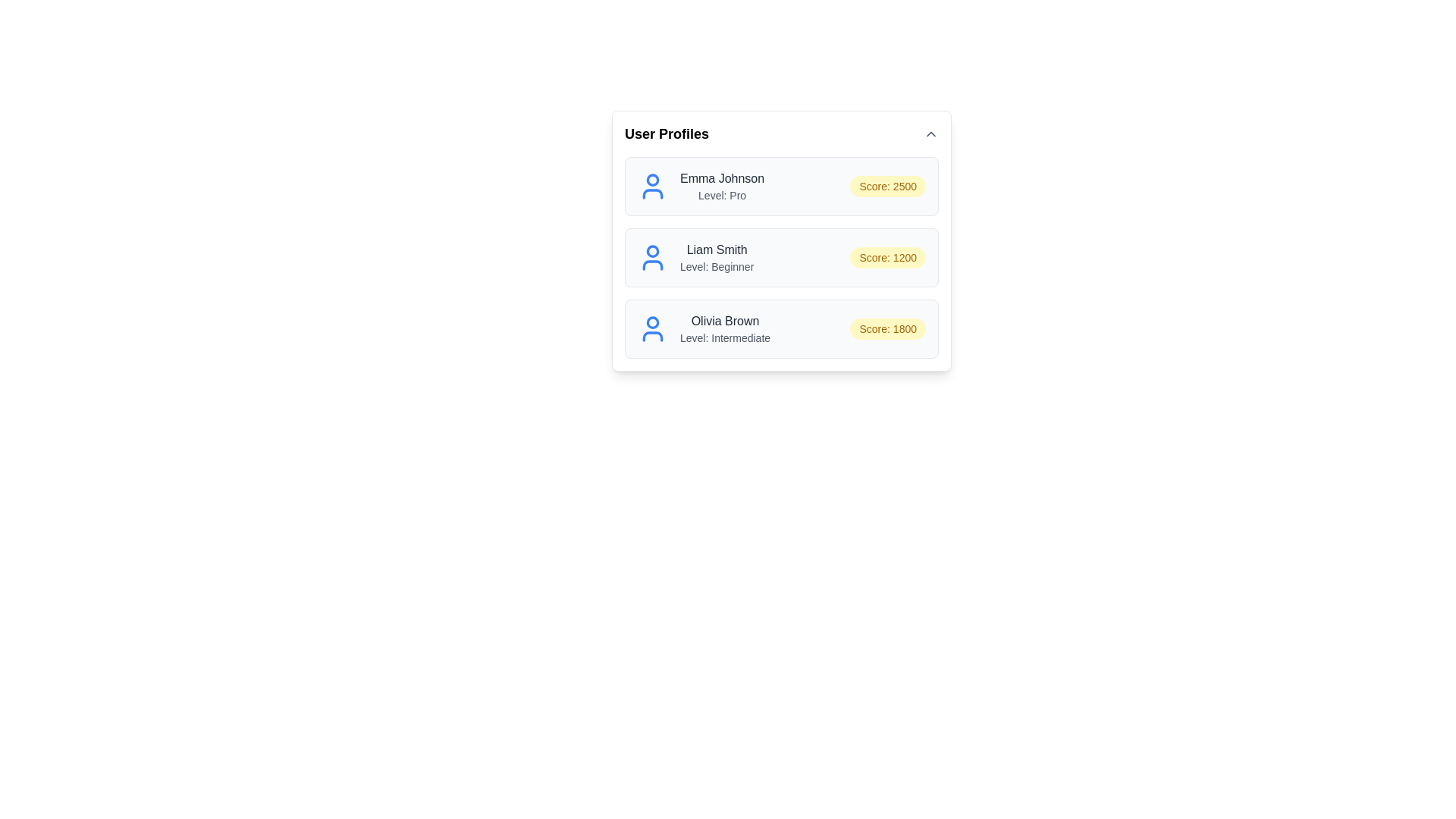 Image resolution: width=1456 pixels, height=819 pixels. I want to click on the text label displaying the user's name in the profile card, located at the top of the list in the user profile section, right of the blue profile icon, and above the 'Level: Pro' label, so click(721, 177).